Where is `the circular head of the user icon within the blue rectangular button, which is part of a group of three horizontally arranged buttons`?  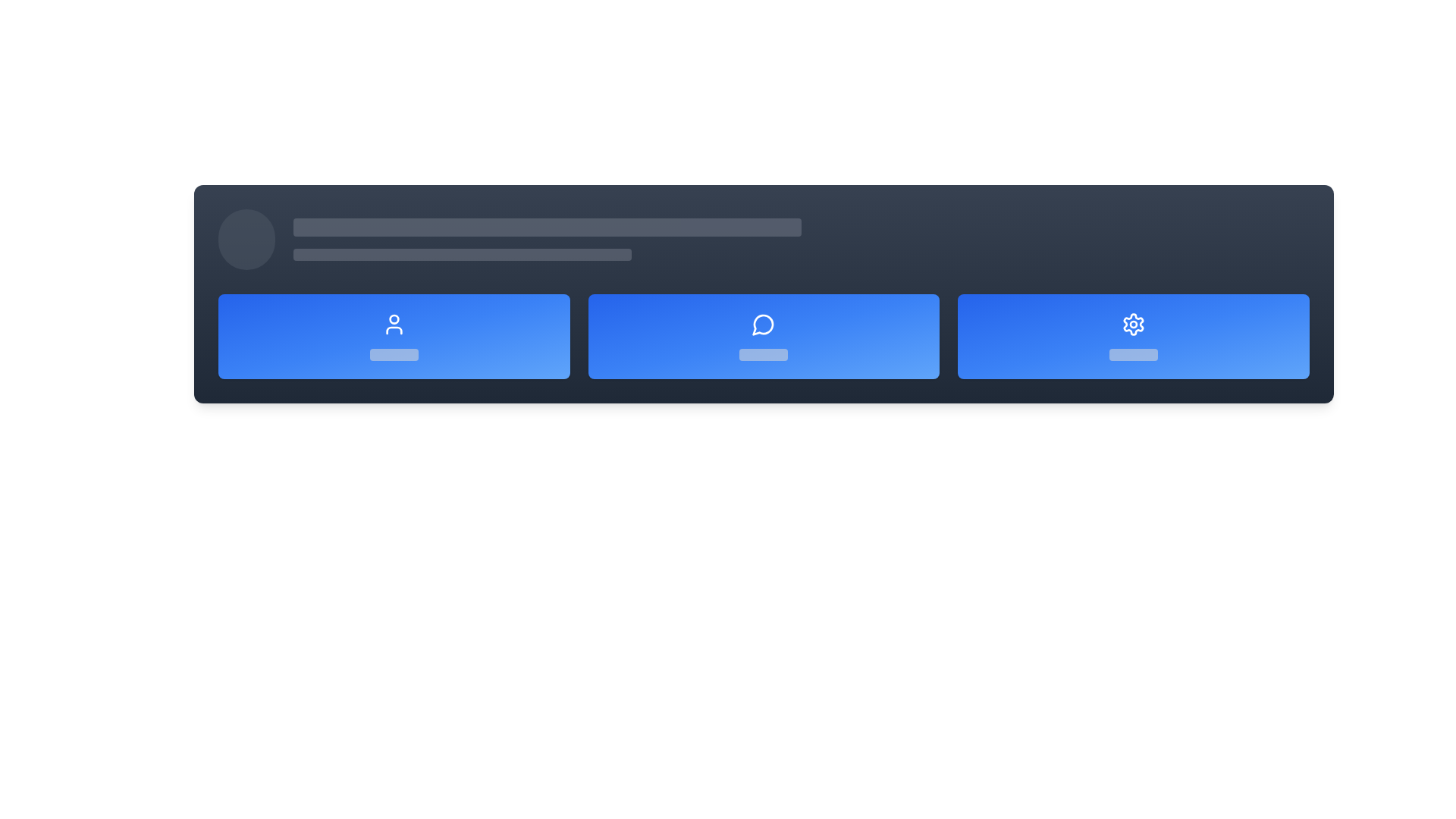
the circular head of the user icon within the blue rectangular button, which is part of a group of three horizontally arranged buttons is located at coordinates (394, 318).